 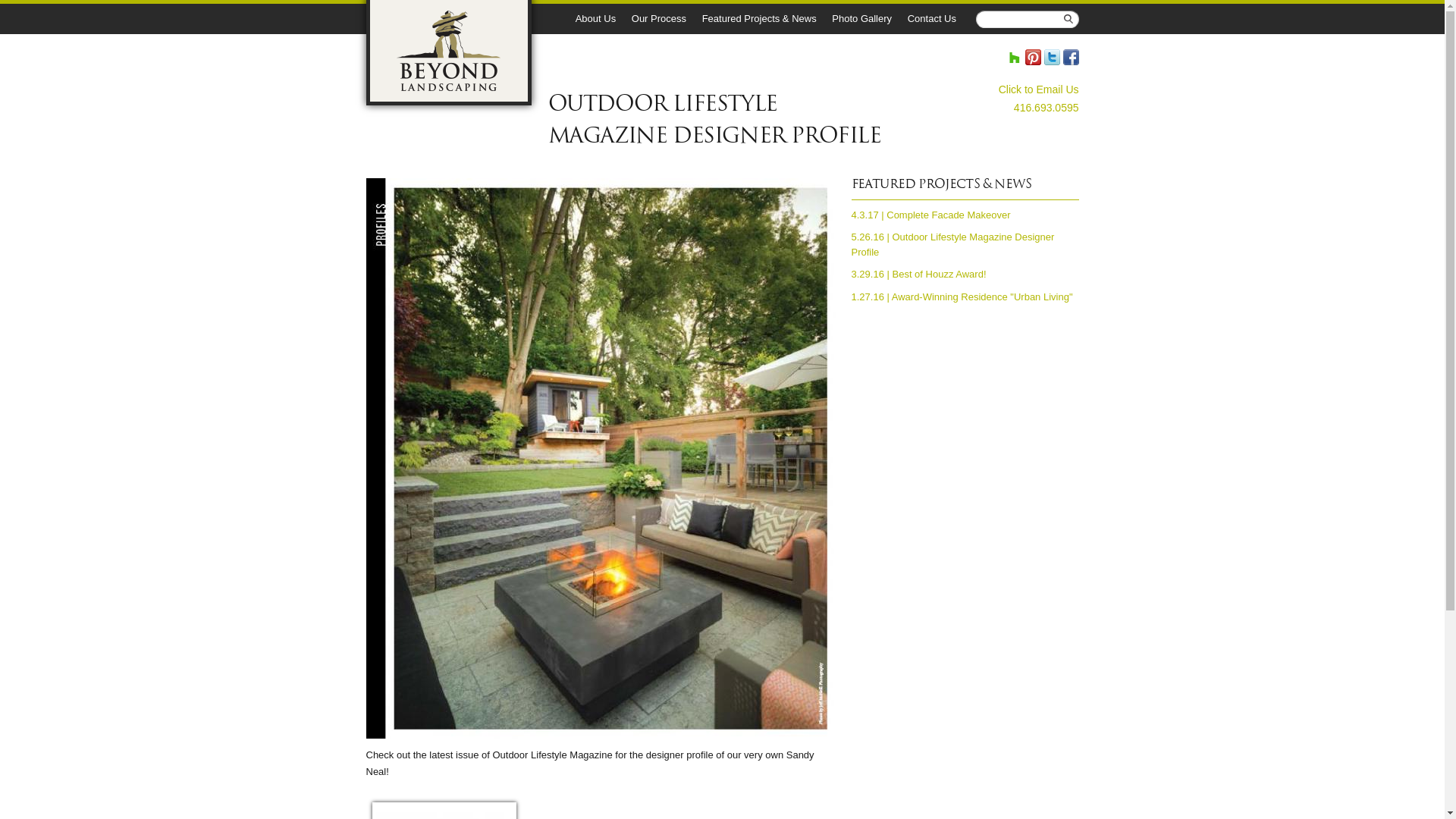 I want to click on '5.26.16 | Outdoor Lifestyle Magazine Designer Profile', so click(x=952, y=243).